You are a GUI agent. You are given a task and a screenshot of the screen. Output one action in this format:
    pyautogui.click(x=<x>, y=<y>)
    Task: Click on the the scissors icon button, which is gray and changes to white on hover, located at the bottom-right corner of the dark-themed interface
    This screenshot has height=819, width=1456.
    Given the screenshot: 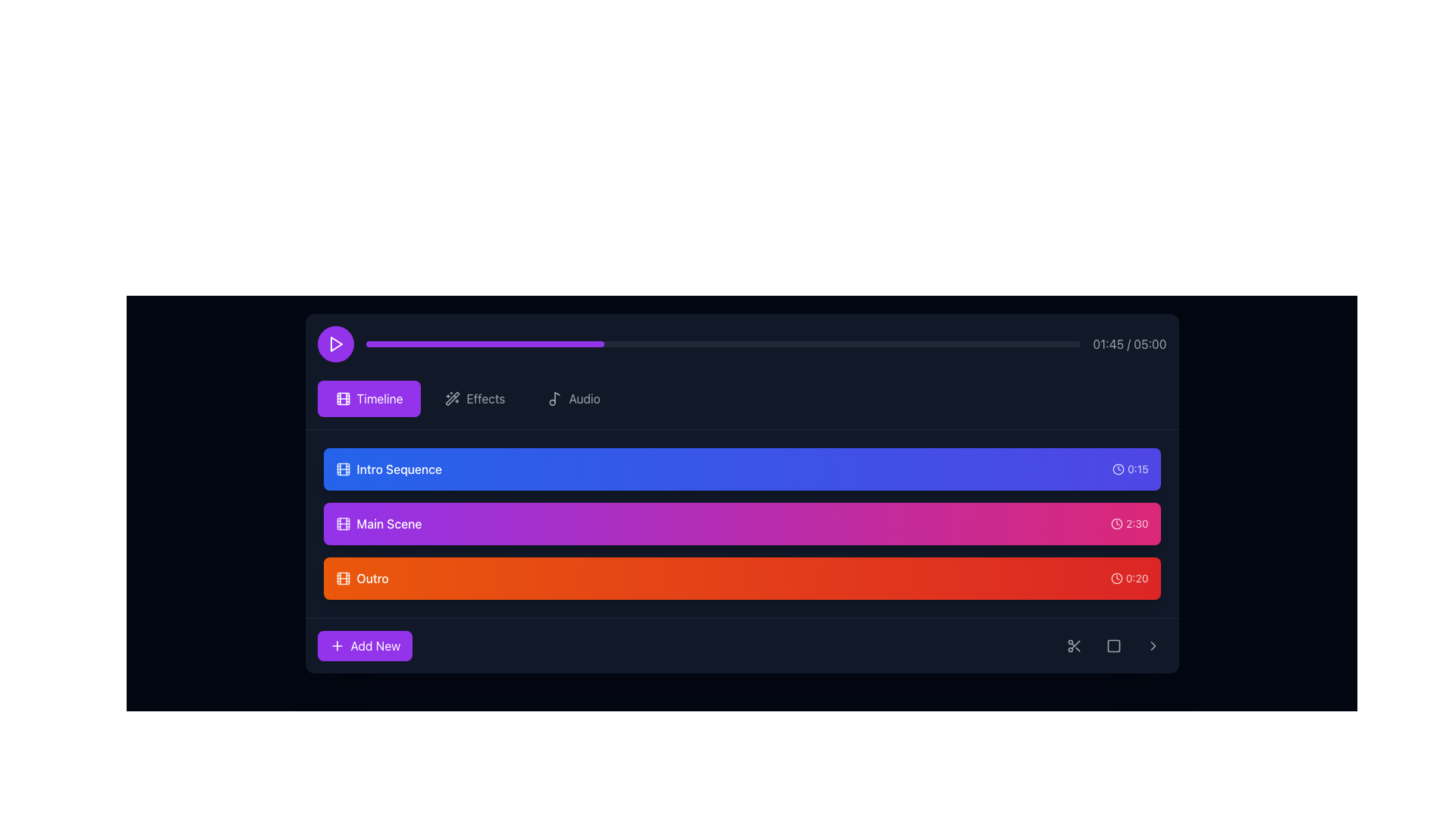 What is the action you would take?
    pyautogui.click(x=1073, y=646)
    